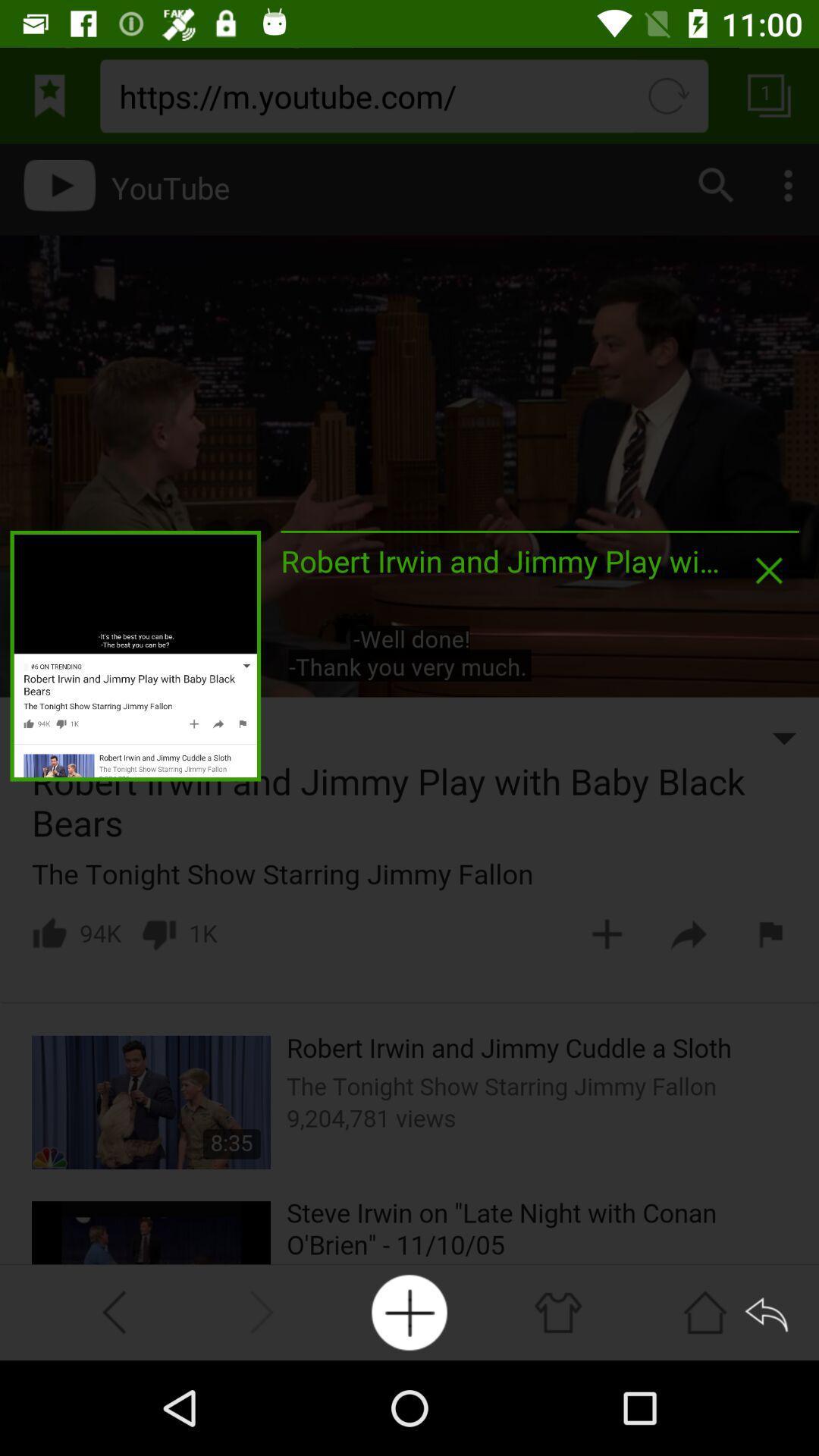  What do you see at coordinates (539, 532) in the screenshot?
I see `icon above robert irwin and item` at bounding box center [539, 532].